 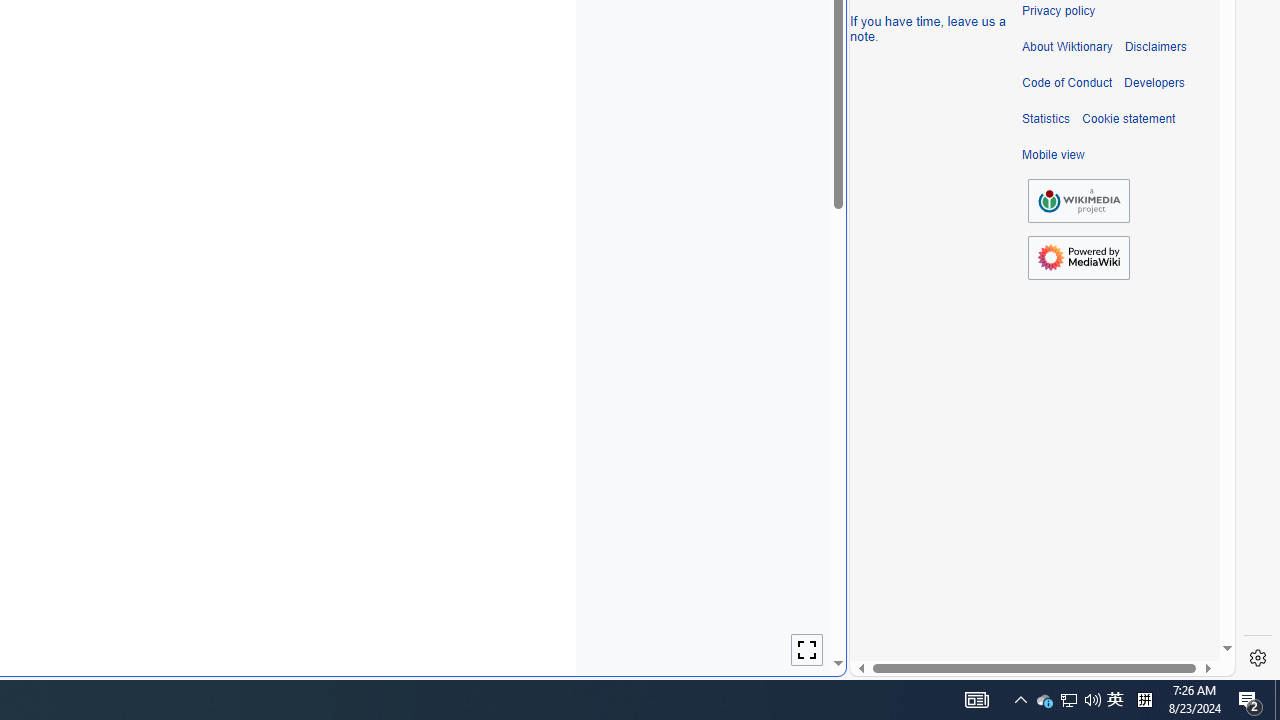 What do you see at coordinates (1155, 46) in the screenshot?
I see `'Disclaimers'` at bounding box center [1155, 46].